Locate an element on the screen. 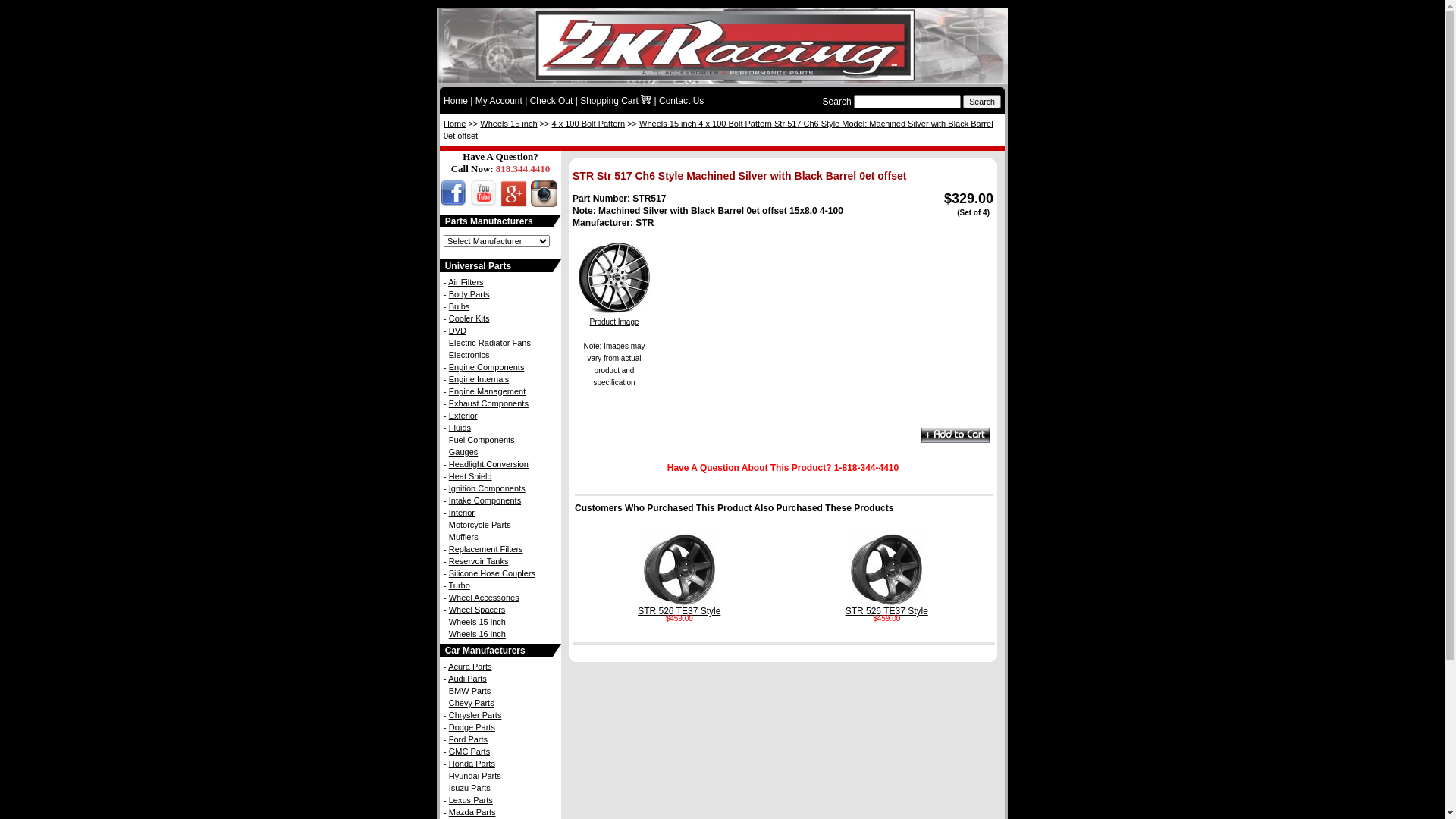 Image resolution: width=1456 pixels, height=819 pixels. 'Gauges' is located at coordinates (463, 451).